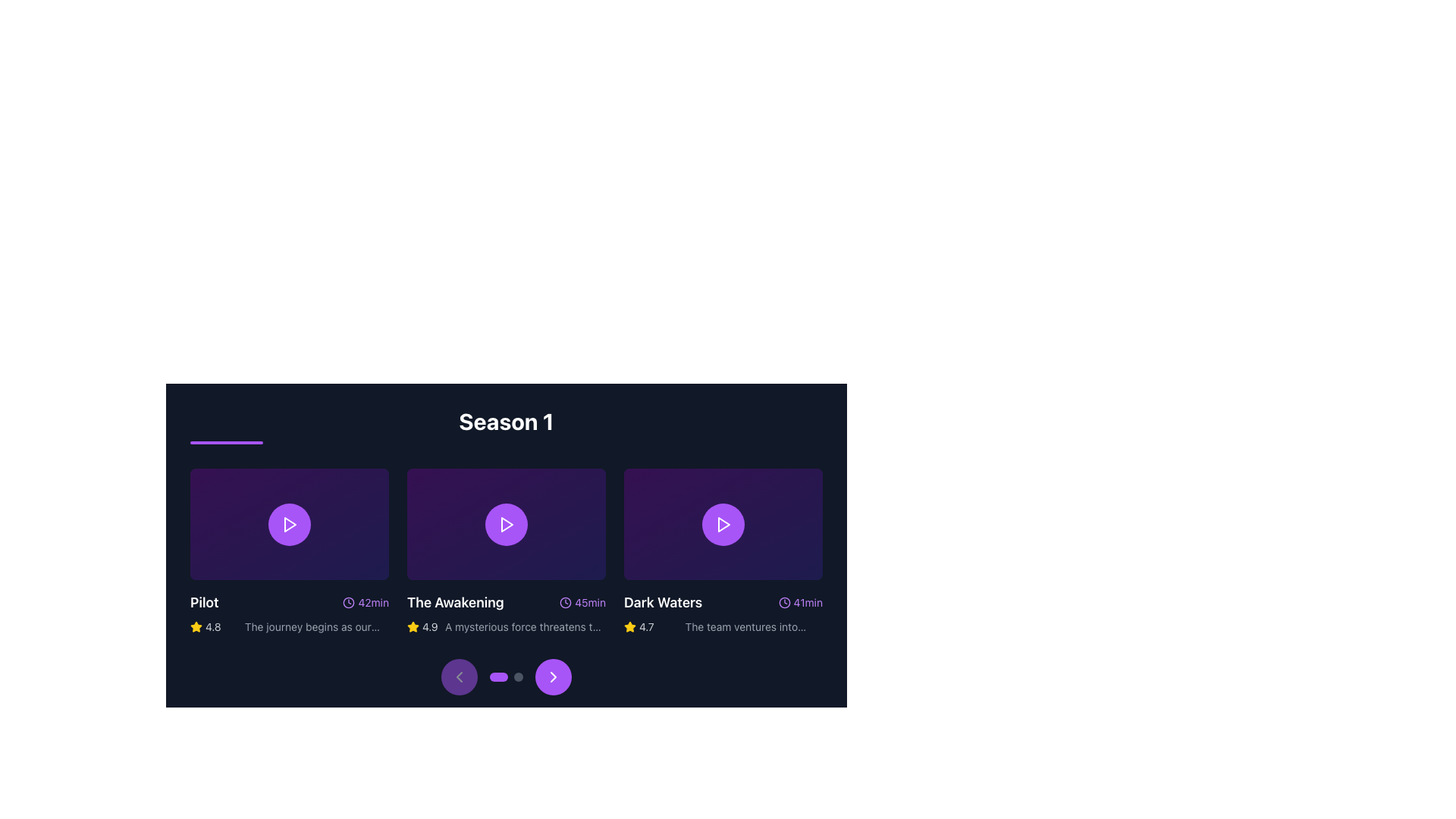 The width and height of the screenshot is (1456, 819). What do you see at coordinates (507, 522) in the screenshot?
I see `the triangular play button icon located centrally within the second card from the left under the heading 'Season 1'` at bounding box center [507, 522].